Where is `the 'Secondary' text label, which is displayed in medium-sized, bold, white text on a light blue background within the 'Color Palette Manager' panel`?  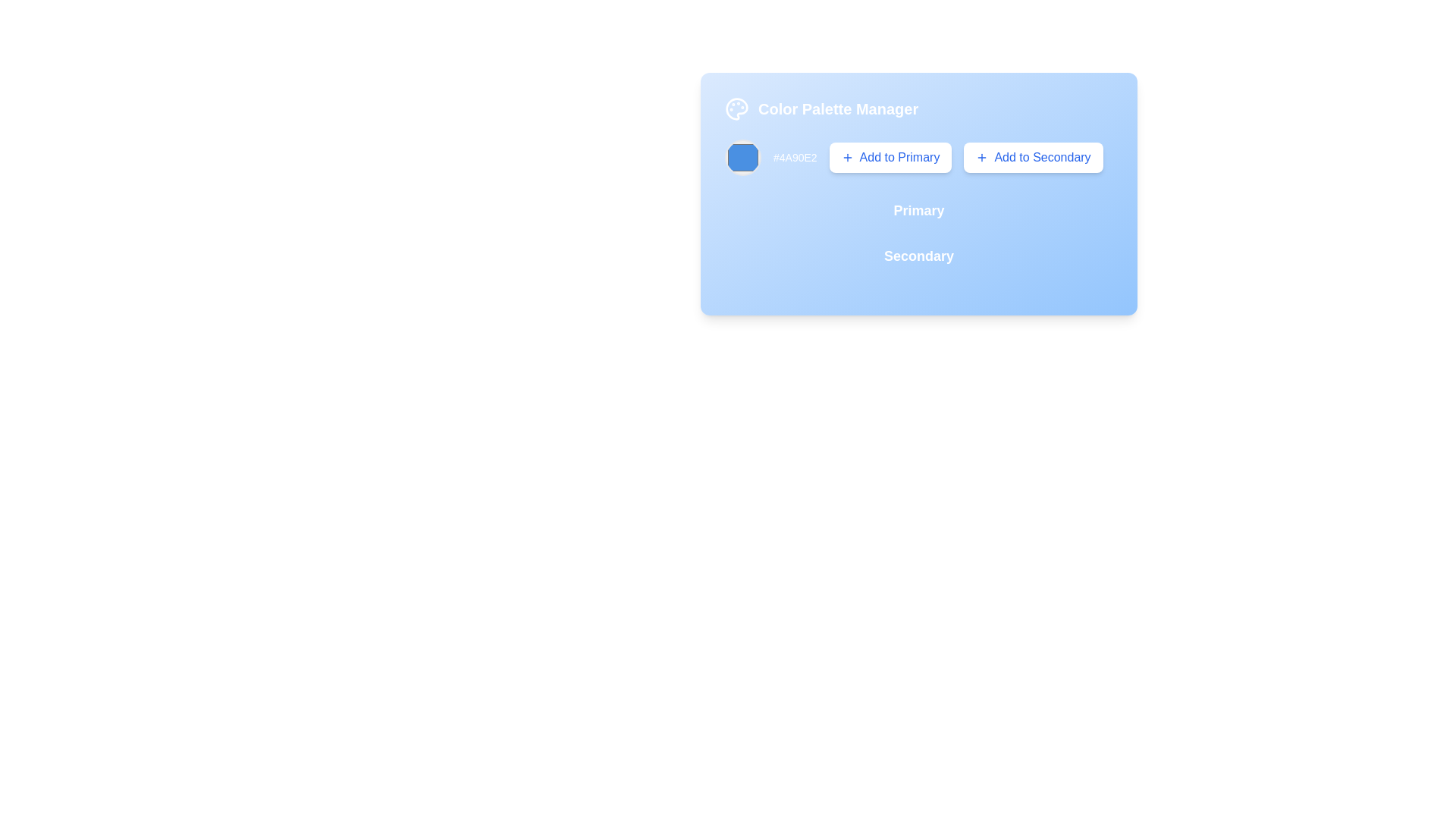 the 'Secondary' text label, which is displayed in medium-sized, bold, white text on a light blue background within the 'Color Palette Manager' panel is located at coordinates (918, 259).